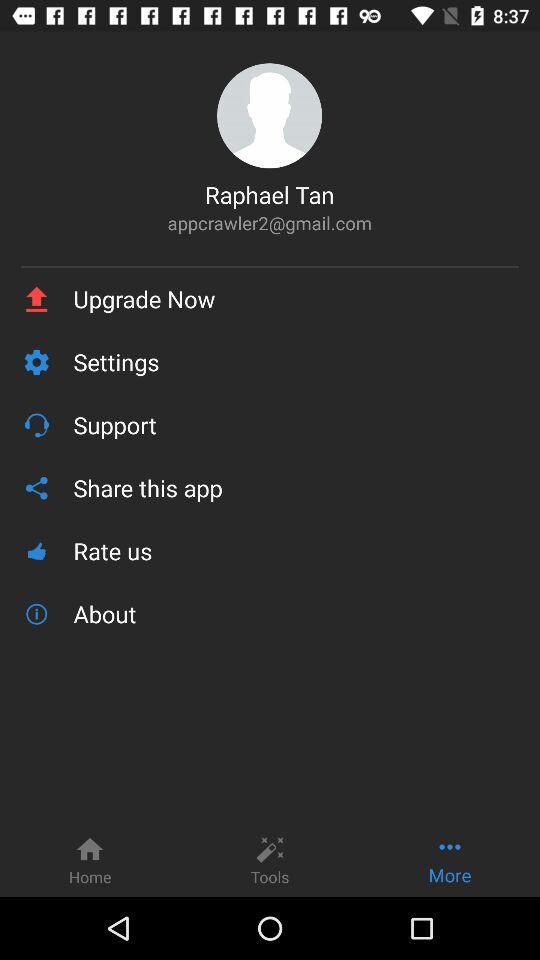  I want to click on the about, so click(295, 613).